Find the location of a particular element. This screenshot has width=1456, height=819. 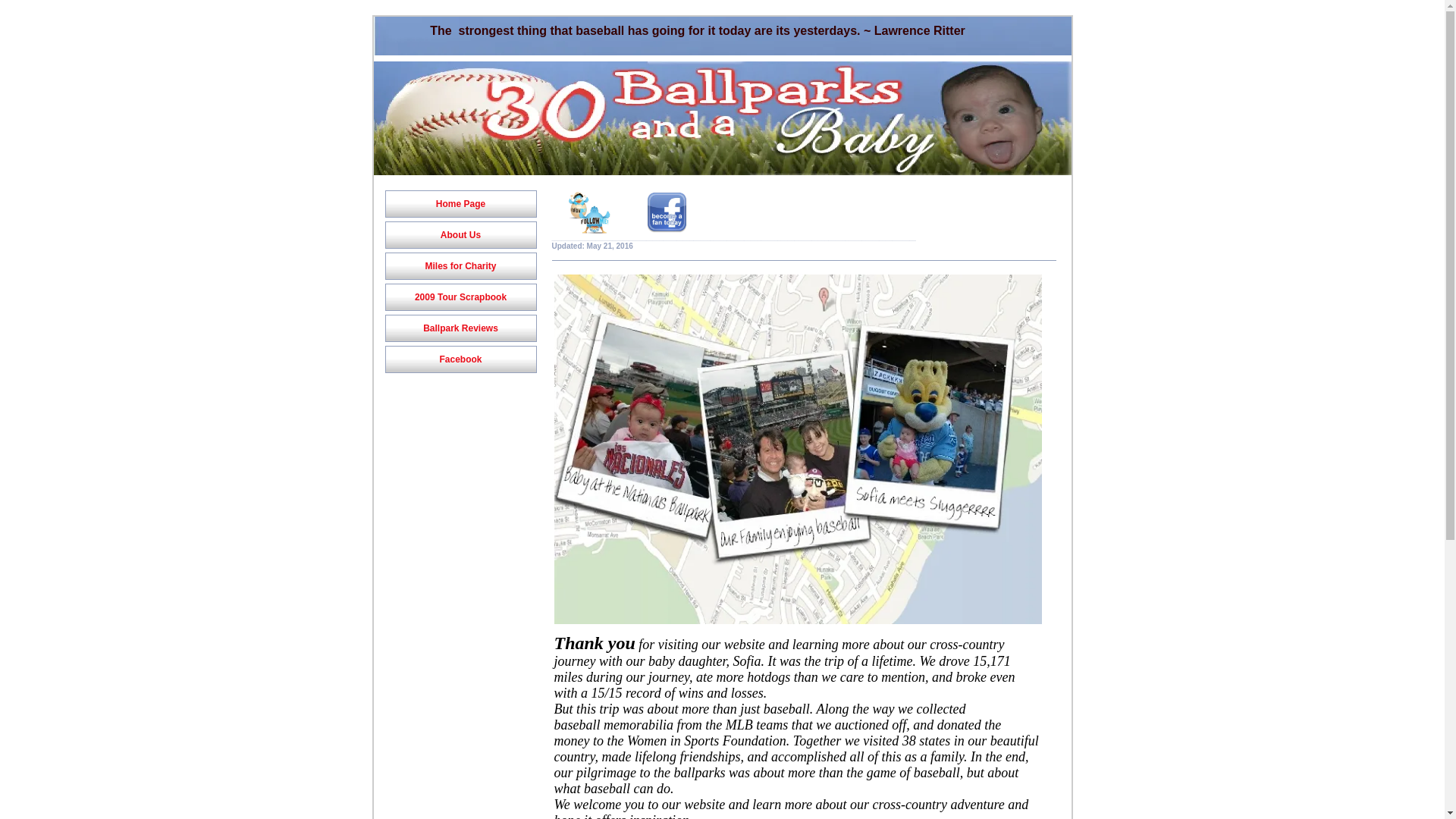

'About Us' is located at coordinates (459, 234).